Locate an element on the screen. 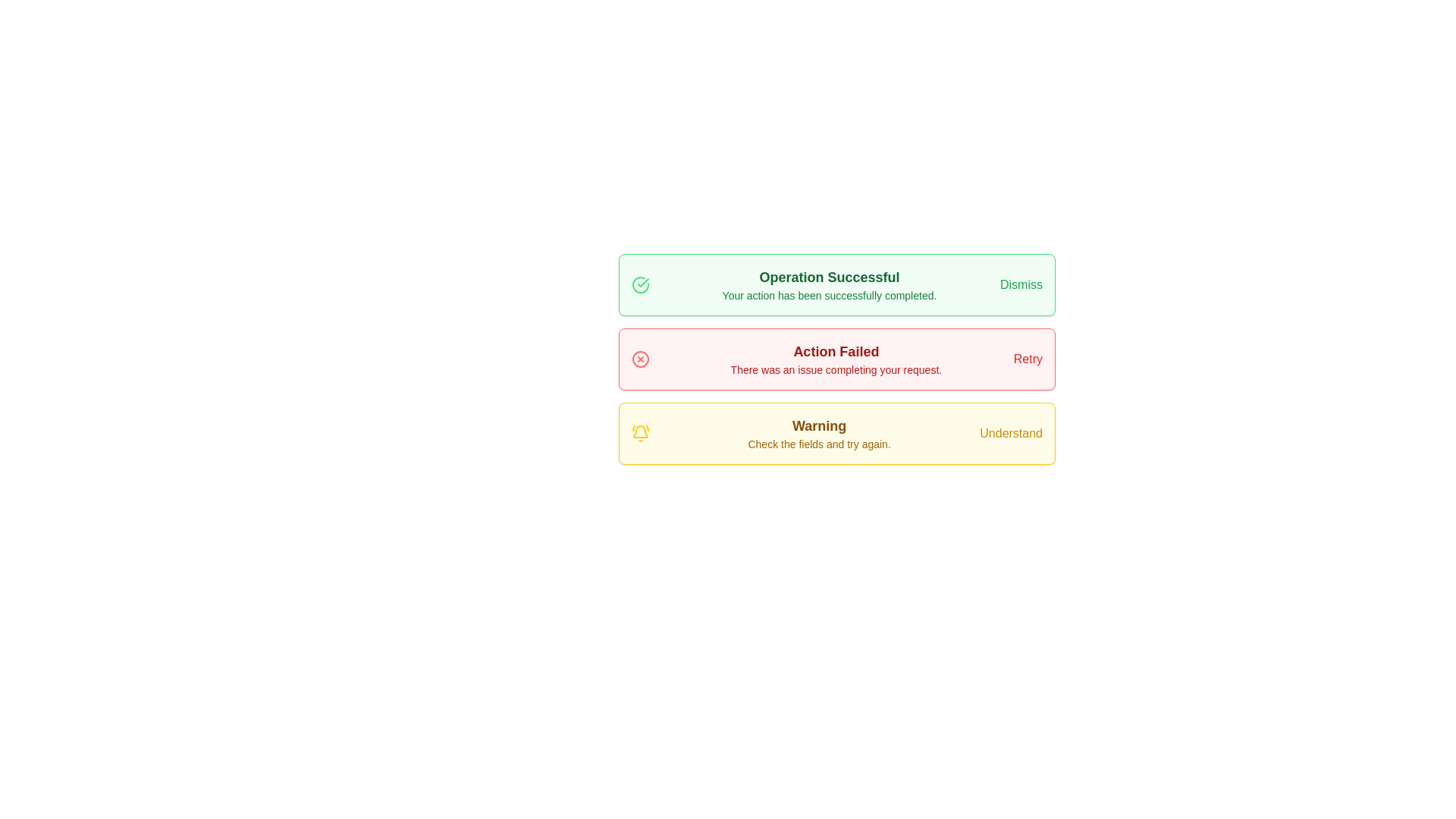  the success icon located at the left edge of the green notification bar, aligned with the text 'Operation Successful' is located at coordinates (643, 283).